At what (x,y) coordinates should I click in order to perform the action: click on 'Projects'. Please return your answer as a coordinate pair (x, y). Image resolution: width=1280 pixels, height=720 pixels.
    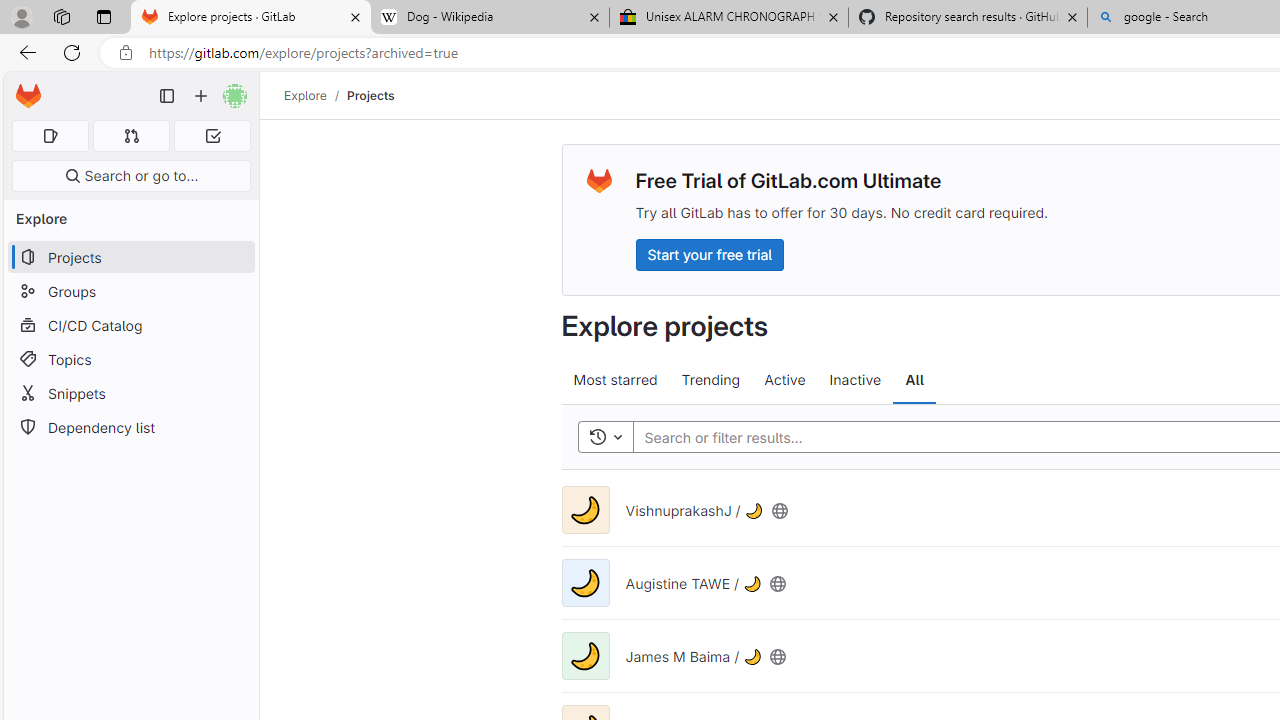
    Looking at the image, I should click on (371, 95).